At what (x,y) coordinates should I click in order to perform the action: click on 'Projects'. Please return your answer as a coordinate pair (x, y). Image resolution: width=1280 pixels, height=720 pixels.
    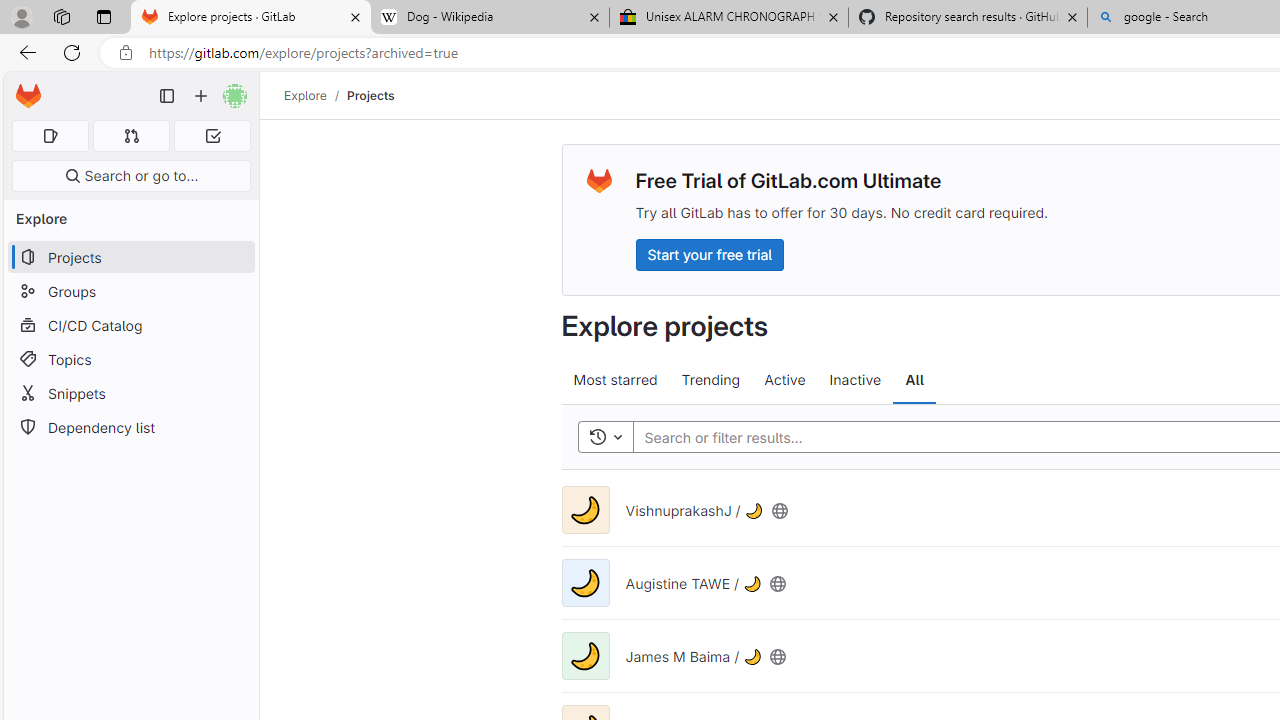
    Looking at the image, I should click on (371, 95).